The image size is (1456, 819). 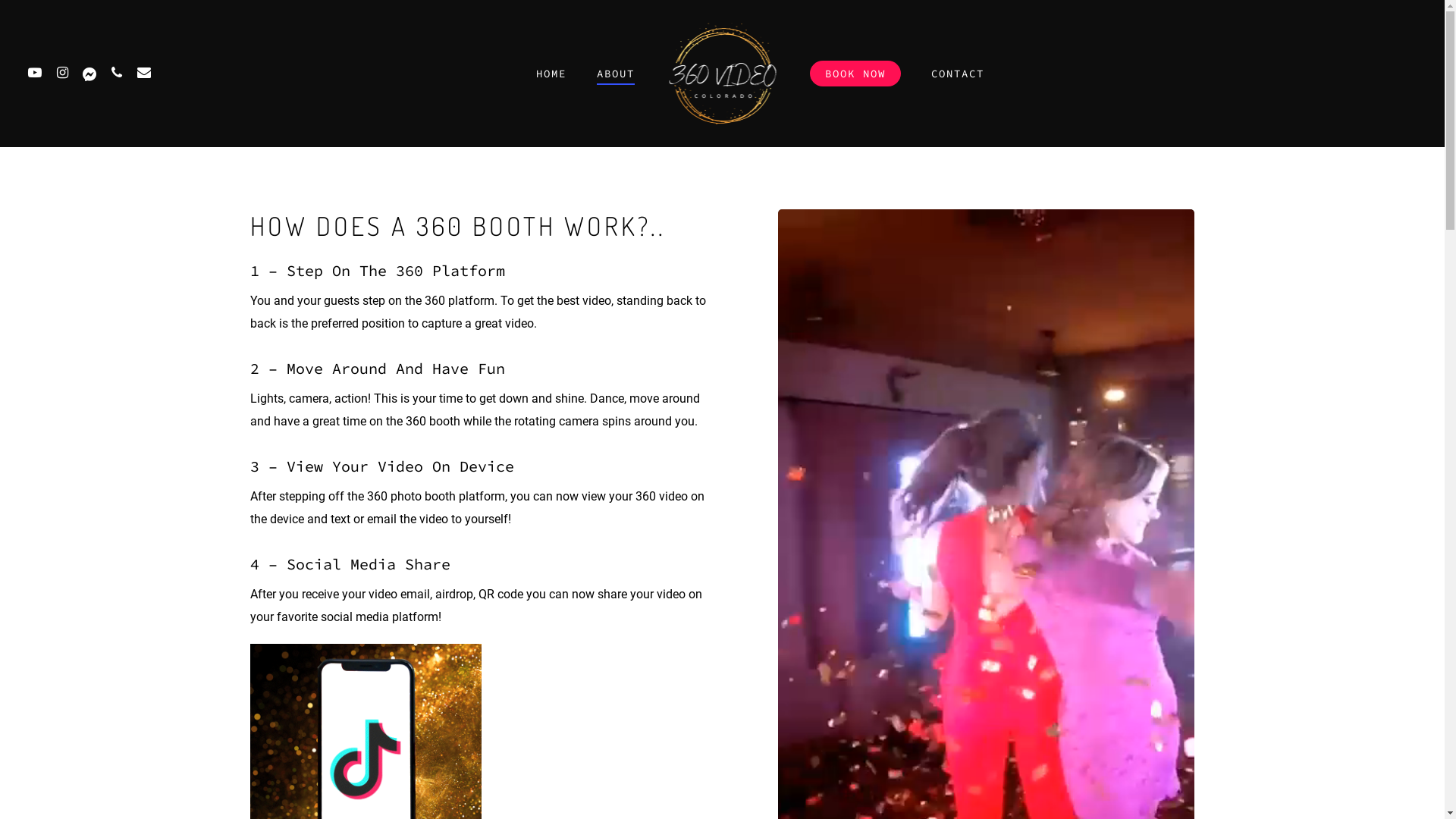 I want to click on 'CONTACT', so click(x=956, y=73).